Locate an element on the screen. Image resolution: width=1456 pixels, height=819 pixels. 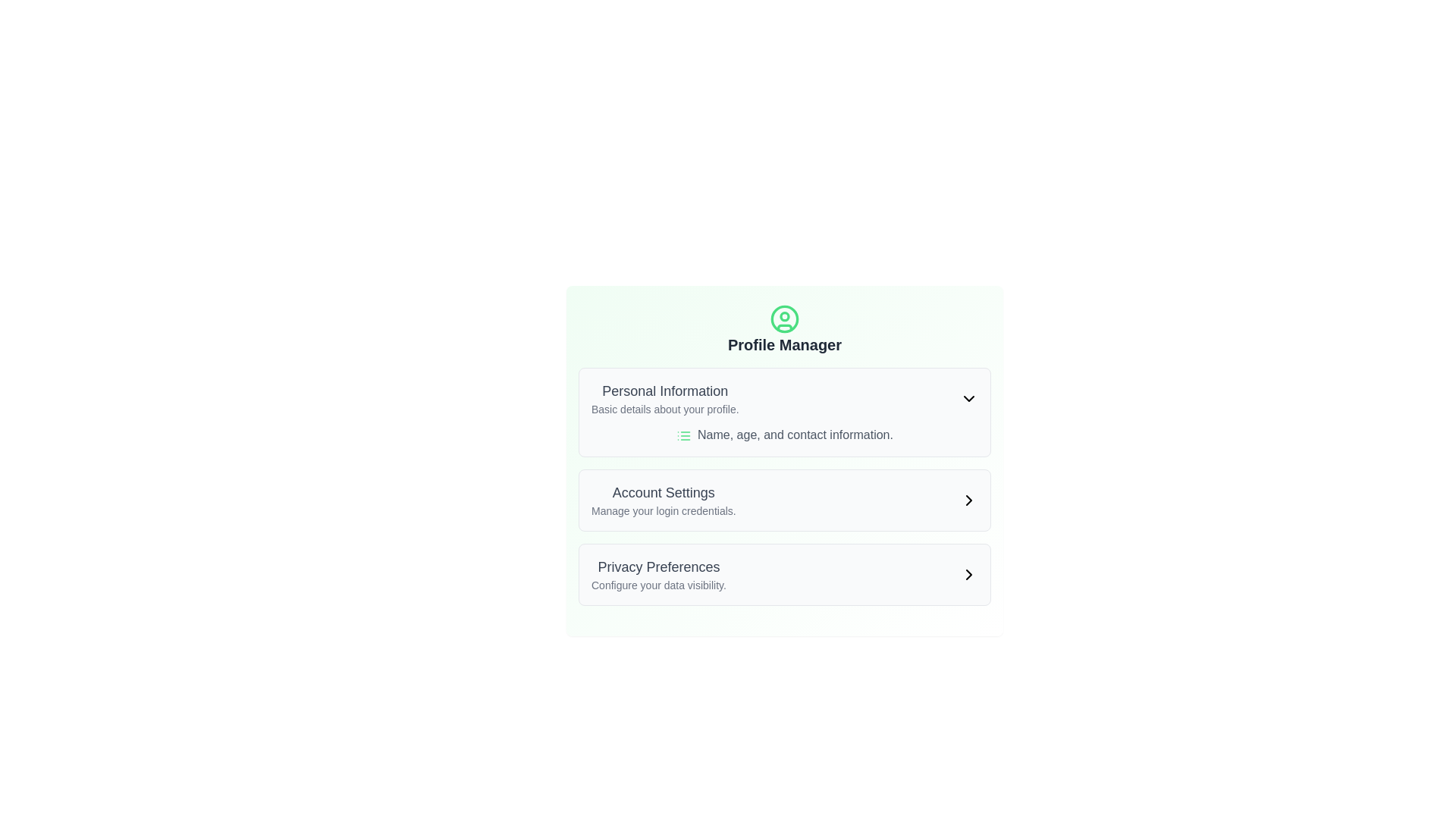
the navigation indicator icon located to the right side of the 'Account Settings' section is located at coordinates (968, 500).